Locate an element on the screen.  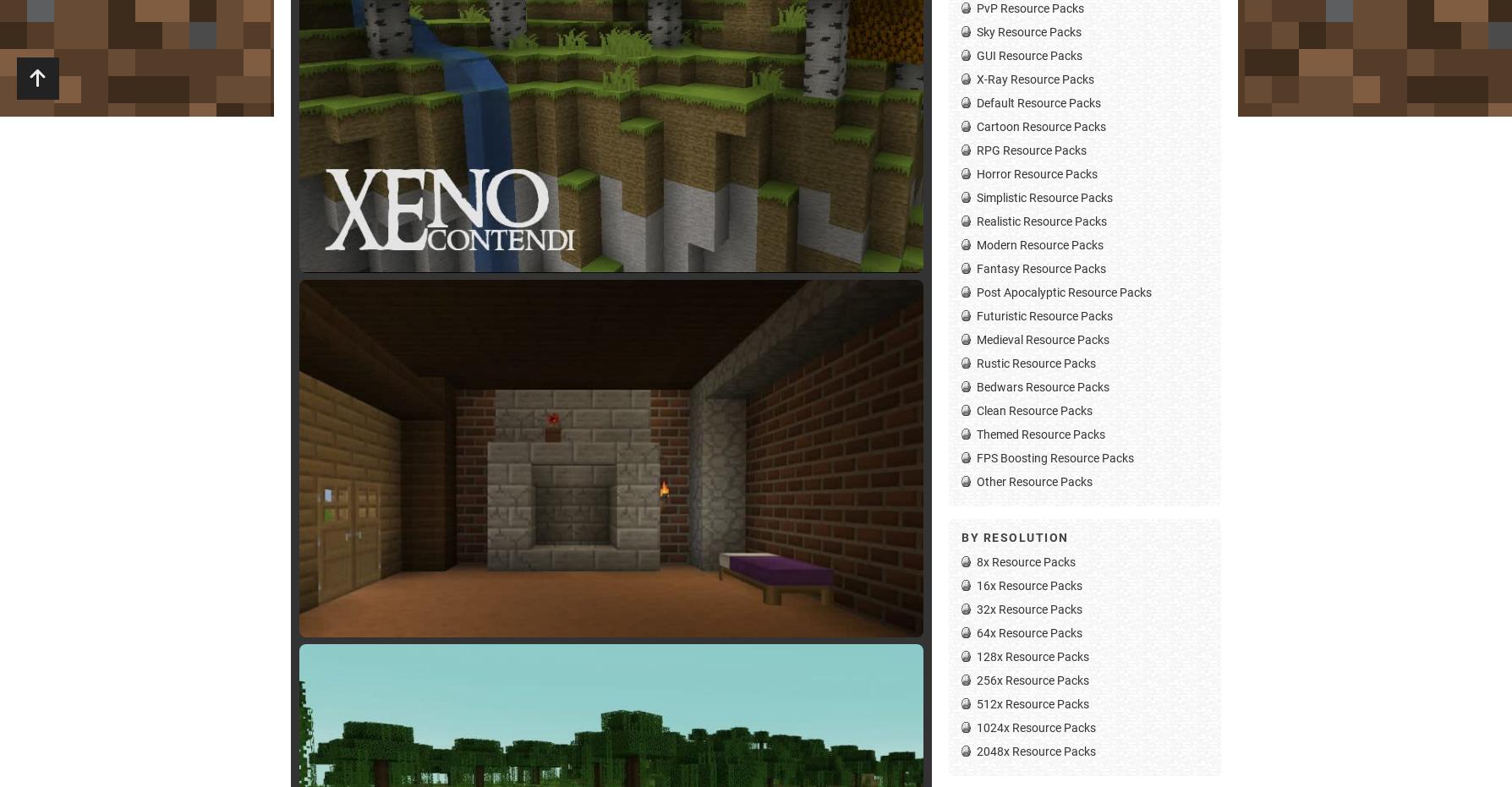
'Futuristic Resource Packs' is located at coordinates (976, 314).